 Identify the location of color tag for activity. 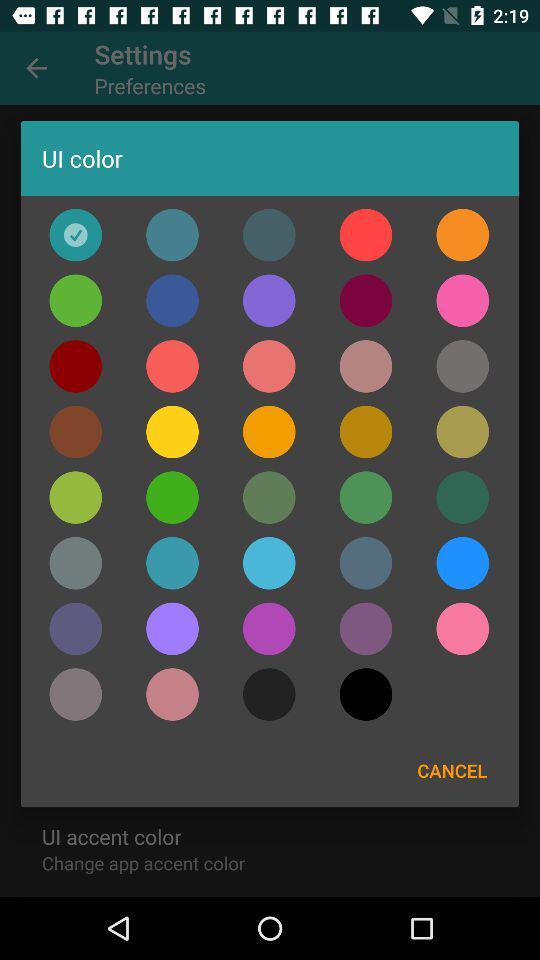
(365, 432).